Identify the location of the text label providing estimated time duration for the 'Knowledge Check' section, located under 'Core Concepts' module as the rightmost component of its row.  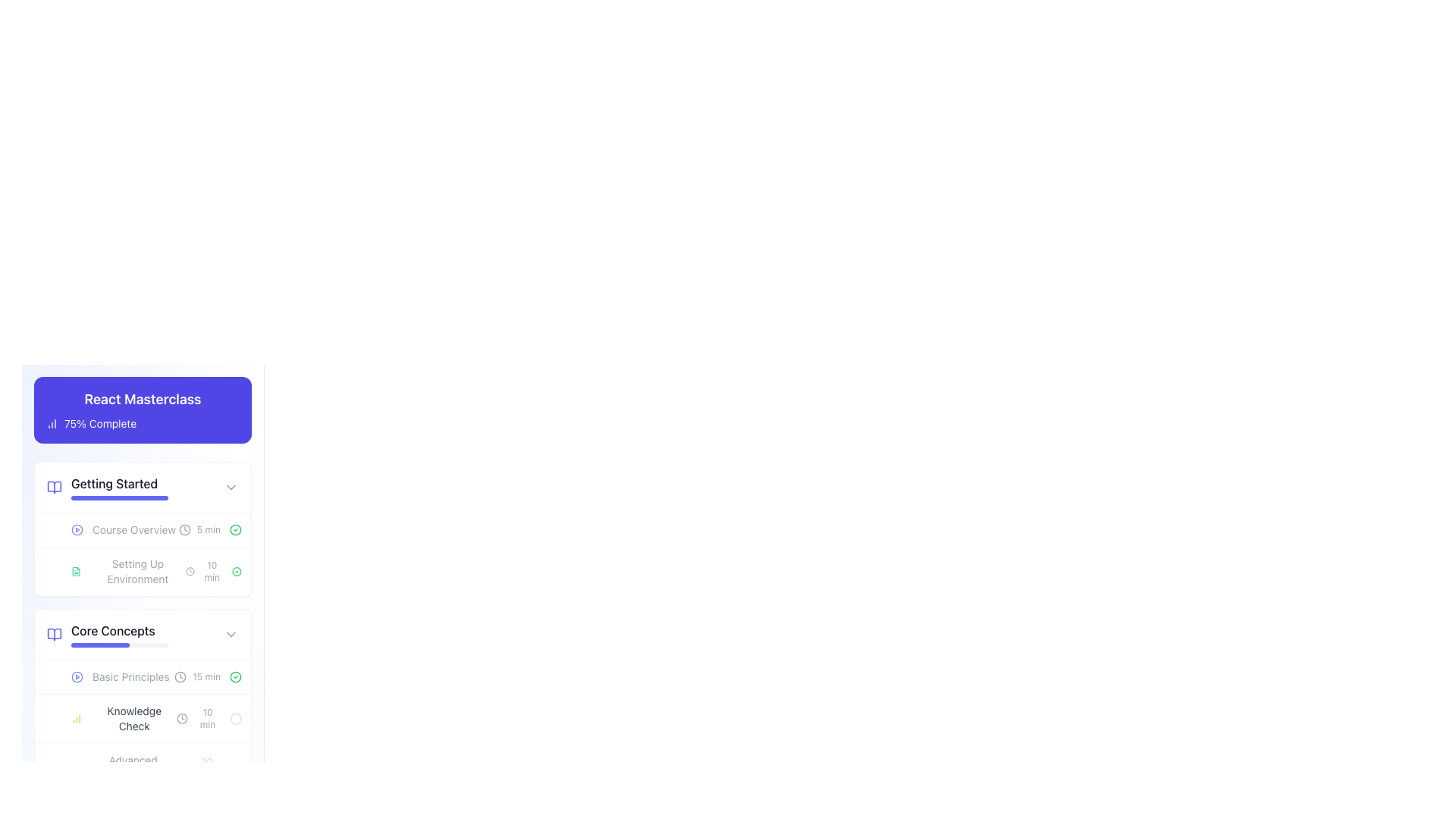
(206, 718).